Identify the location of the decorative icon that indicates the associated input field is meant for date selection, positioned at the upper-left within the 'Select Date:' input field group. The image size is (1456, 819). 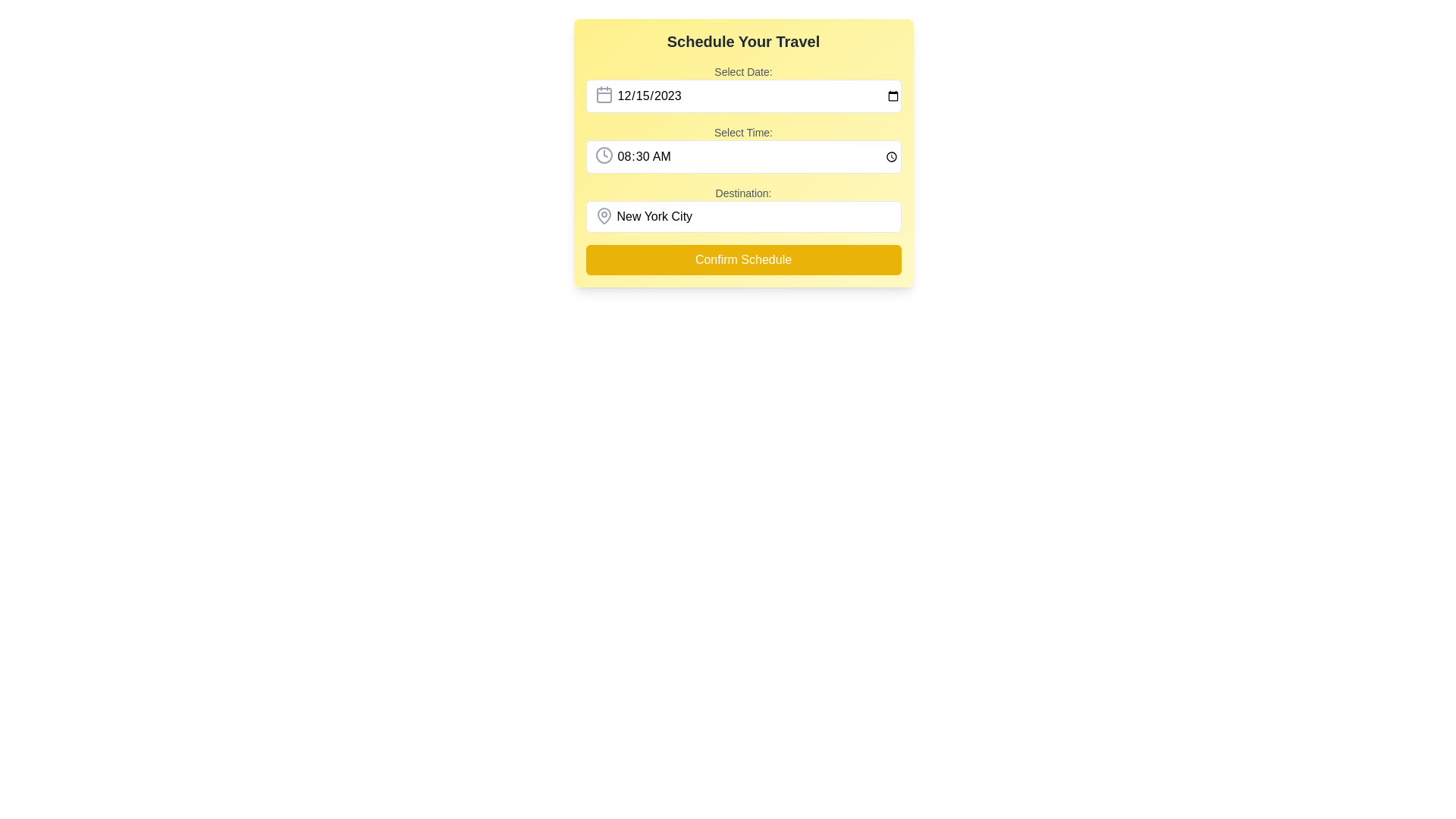
(603, 94).